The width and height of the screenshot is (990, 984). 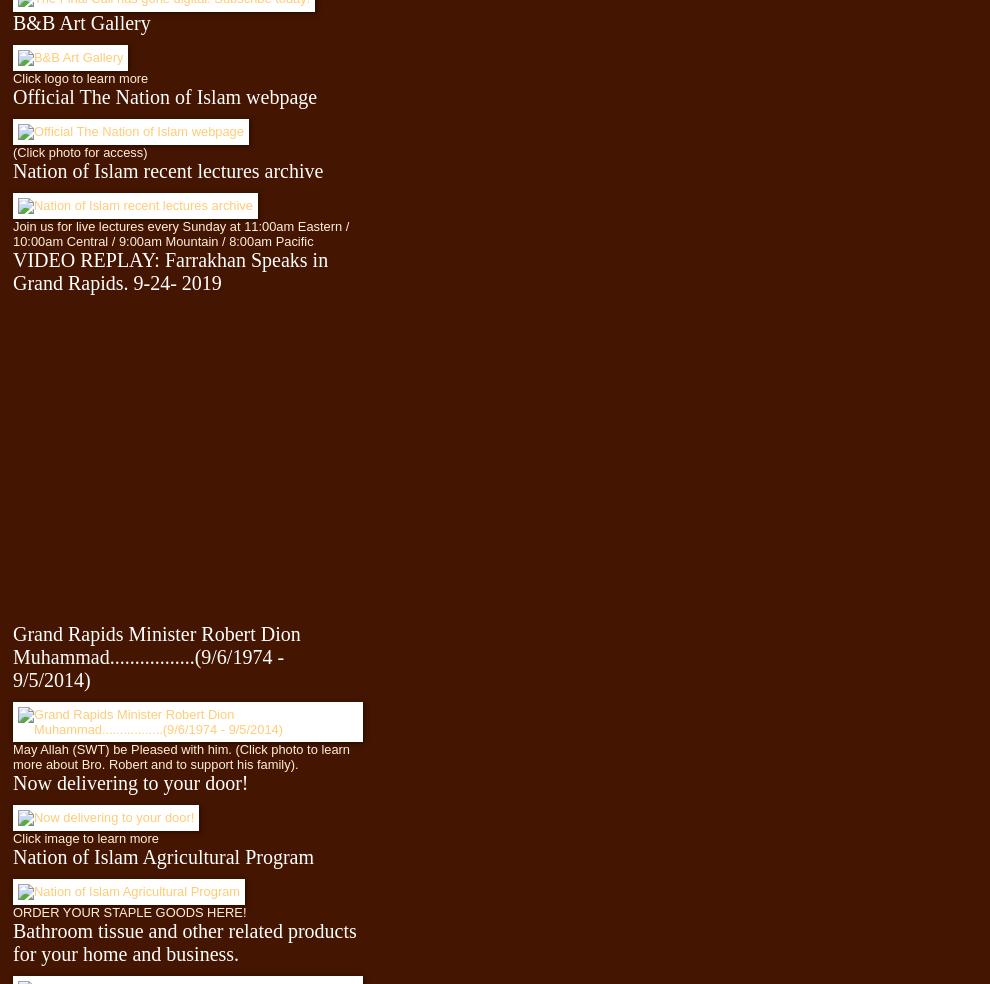 What do you see at coordinates (163, 854) in the screenshot?
I see `'Nation of Islam Agricultural Program'` at bounding box center [163, 854].